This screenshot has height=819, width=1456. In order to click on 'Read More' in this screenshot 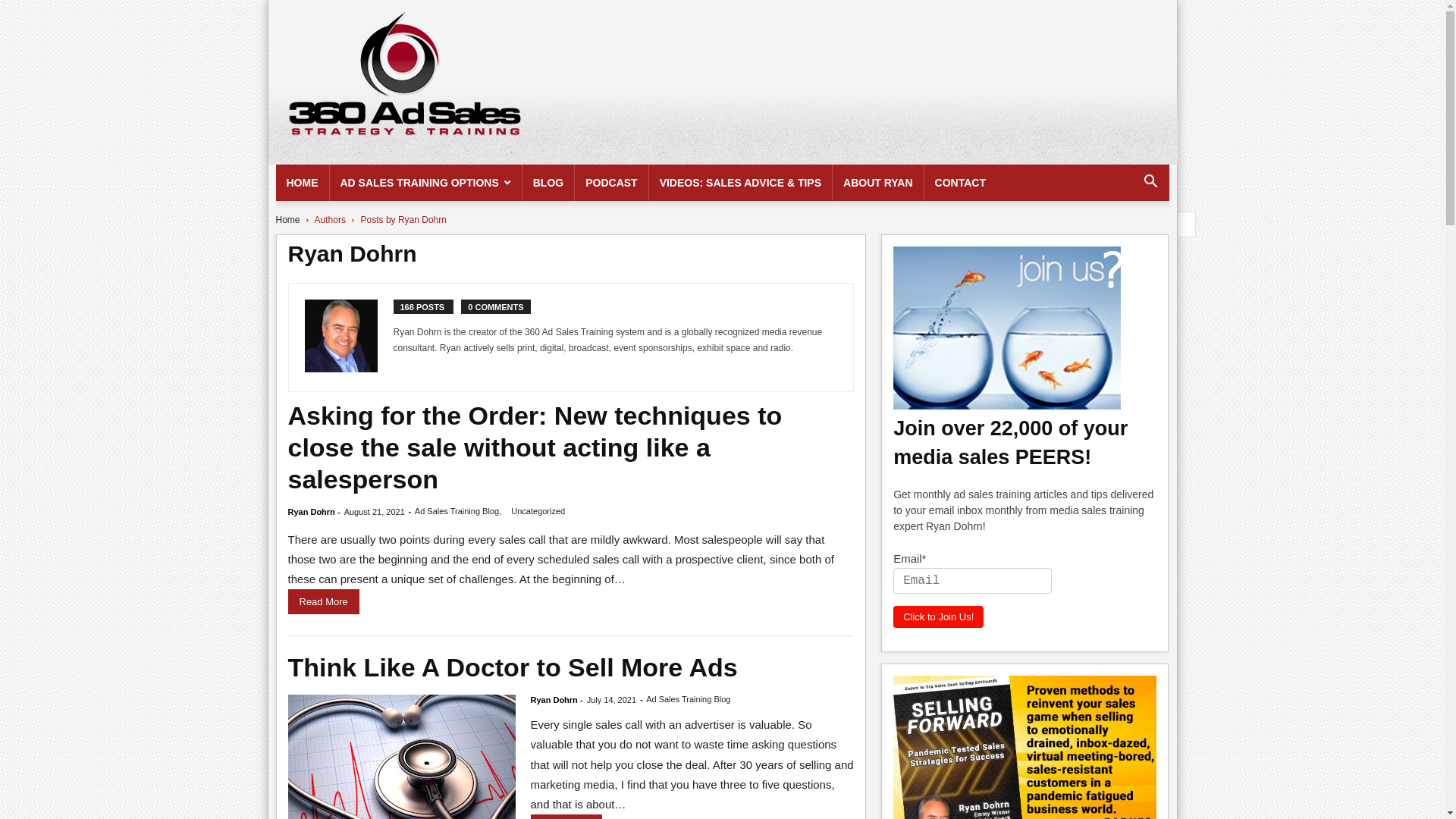, I will do `click(323, 601)`.